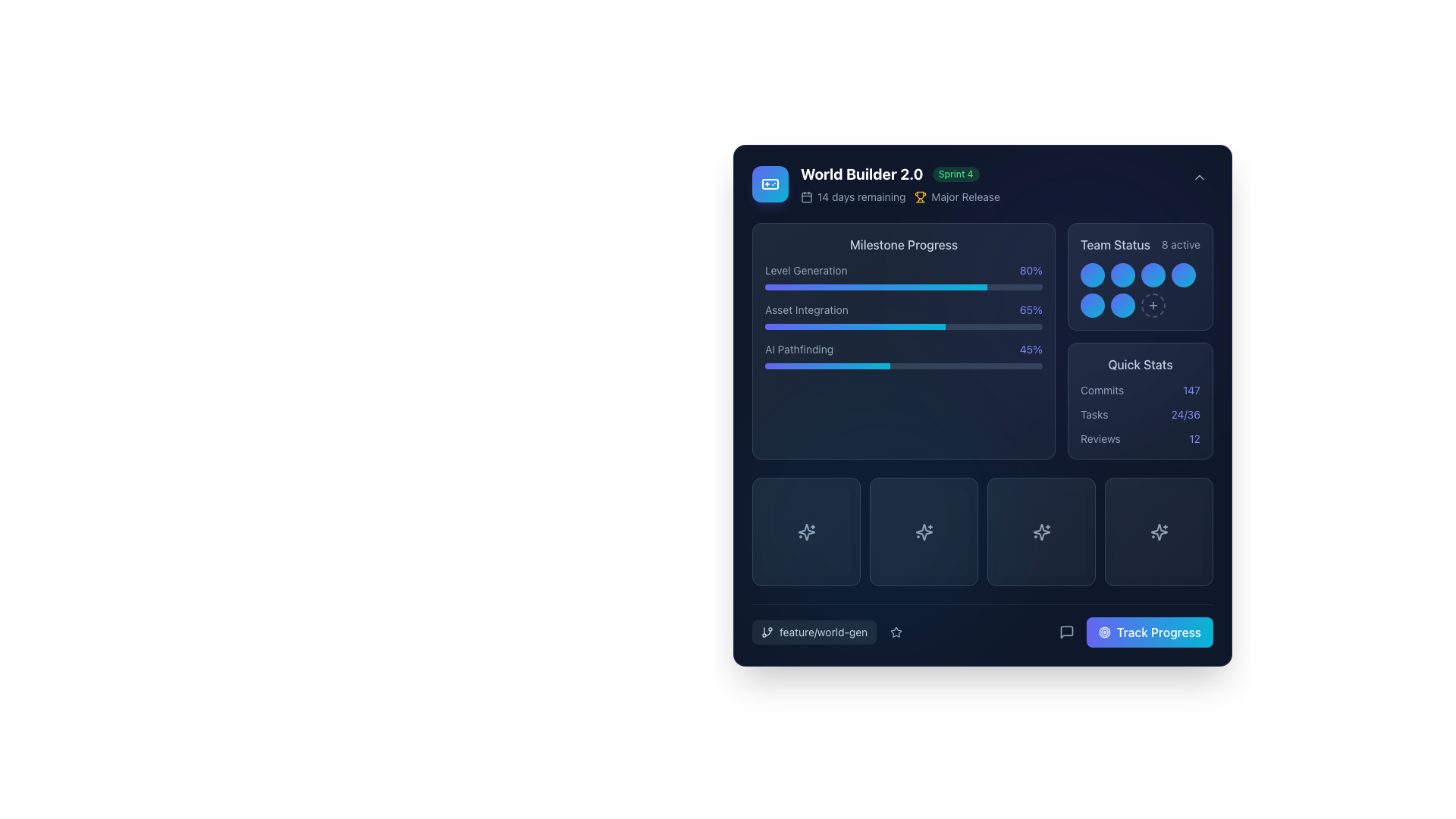  I want to click on the downward-facing chevron icon in the upper-right corner of the dashboard interface, so click(1199, 177).